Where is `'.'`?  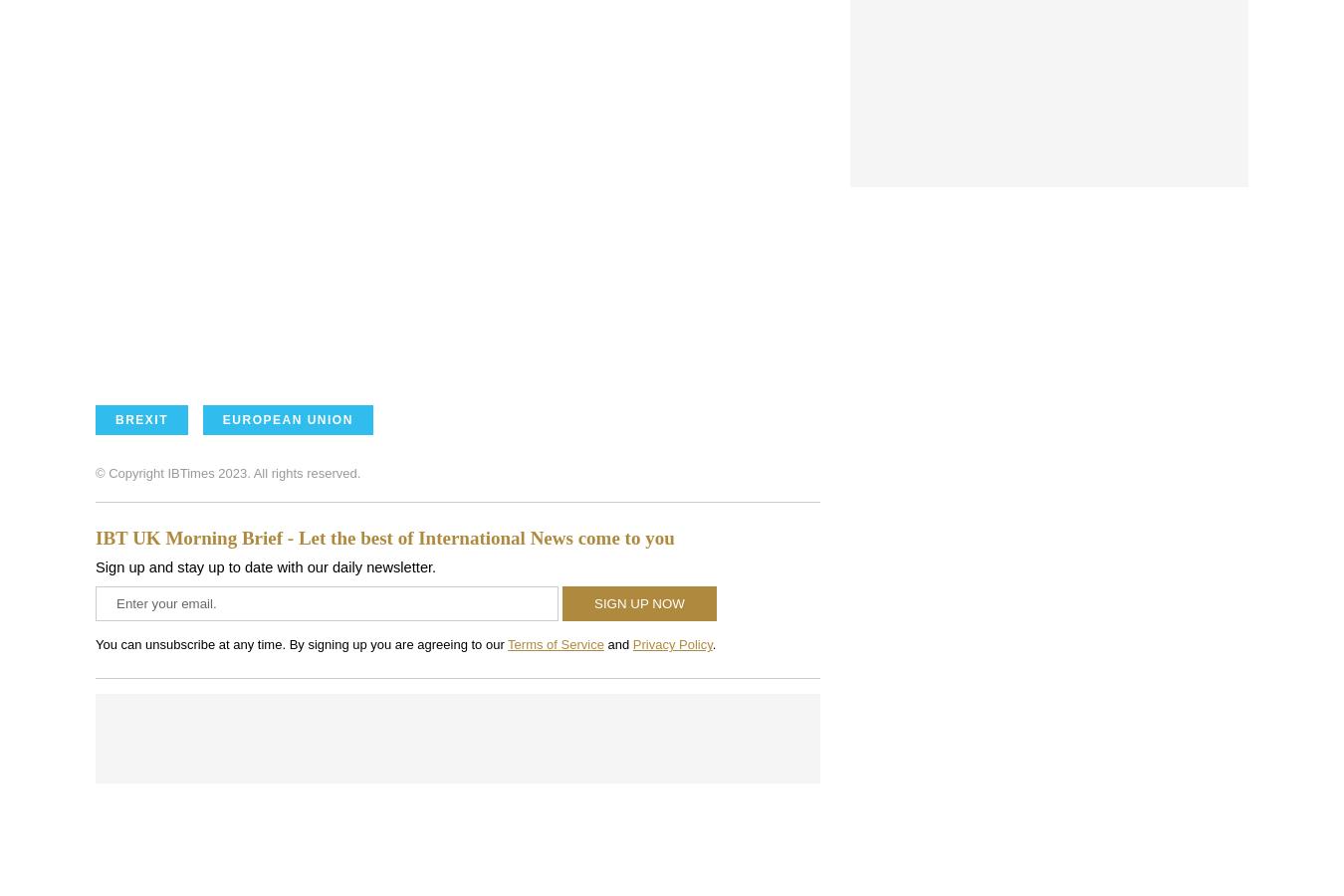
'.' is located at coordinates (710, 644).